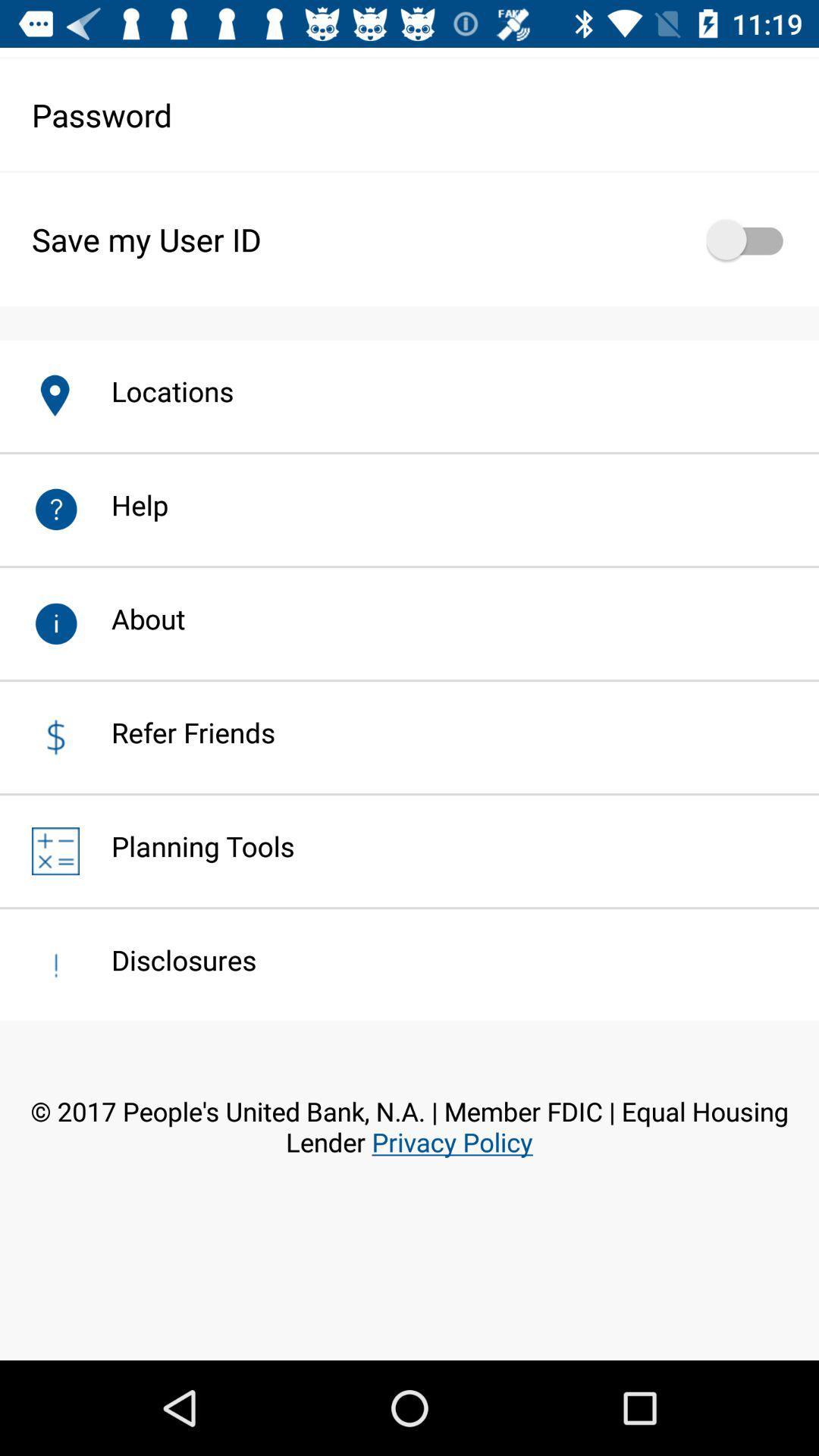  I want to click on the 2017 people s item, so click(409, 1152).